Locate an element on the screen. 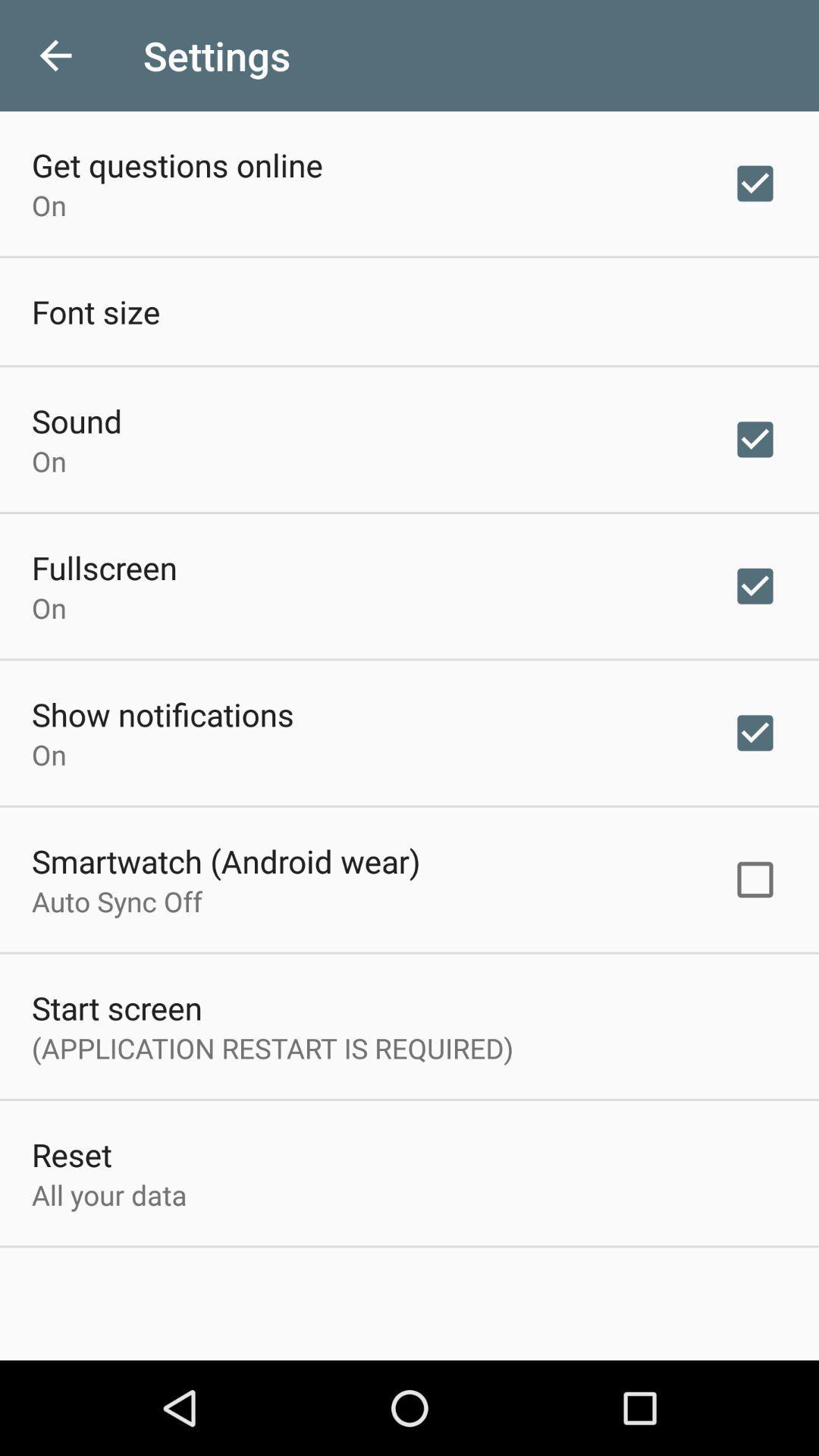  all your data item is located at coordinates (108, 1194).